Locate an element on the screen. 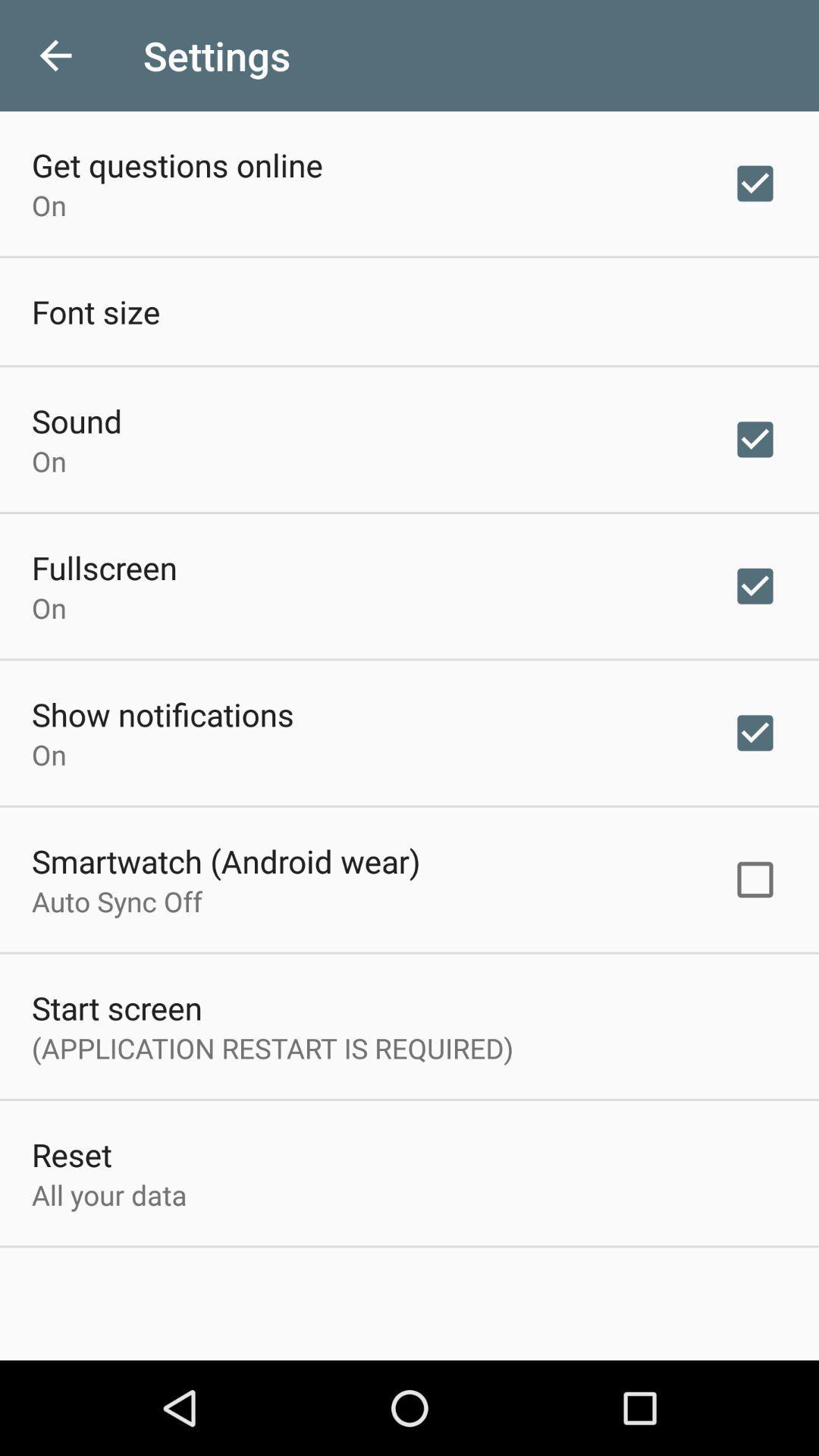  all your data item is located at coordinates (108, 1194).